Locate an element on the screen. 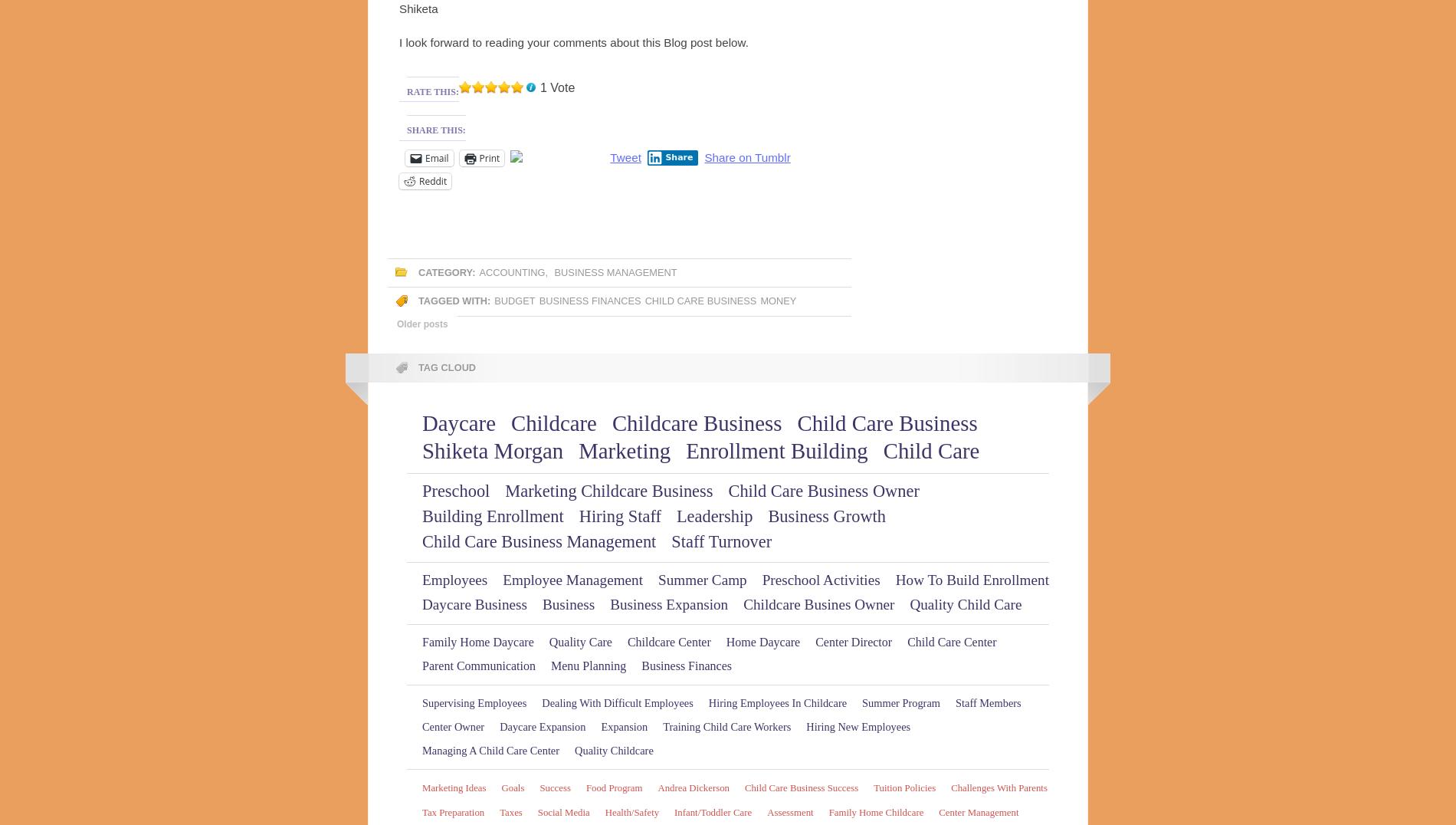 This screenshot has height=825, width=1456. 'Preschool' is located at coordinates (456, 489).